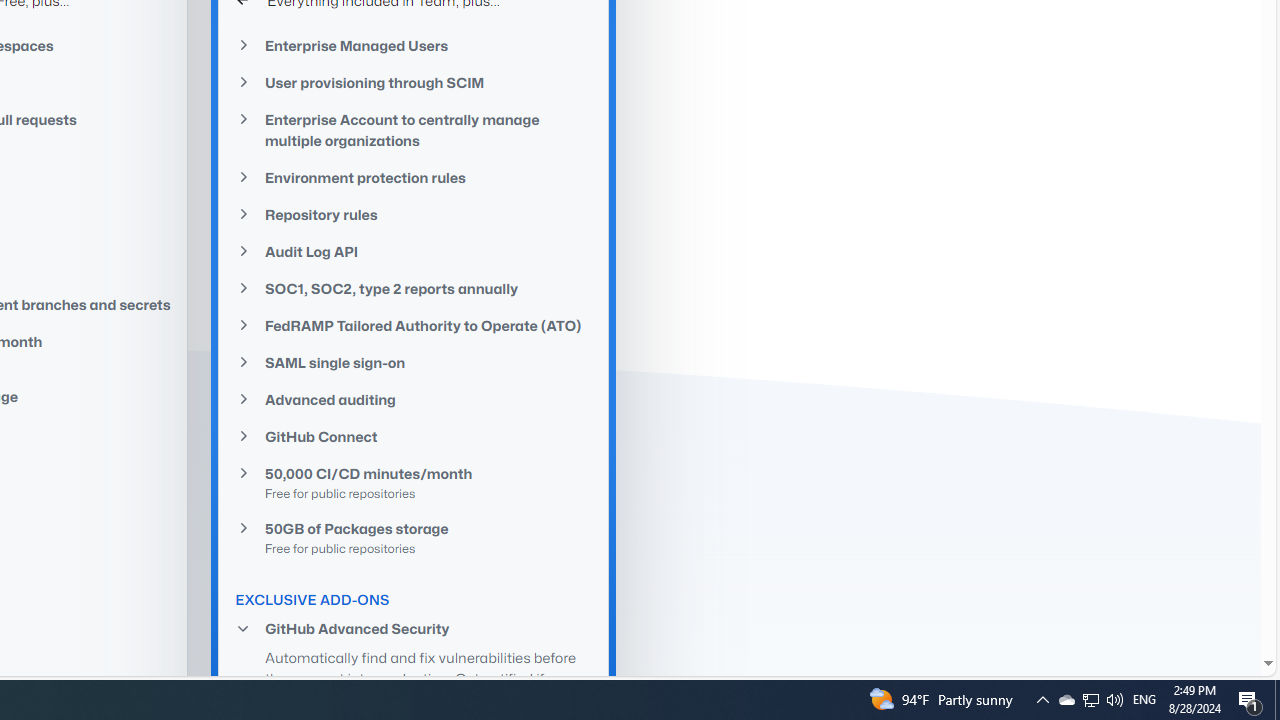 This screenshot has width=1280, height=720. What do you see at coordinates (413, 536) in the screenshot?
I see `'50GB of Packages storageFree for public repositories'` at bounding box center [413, 536].